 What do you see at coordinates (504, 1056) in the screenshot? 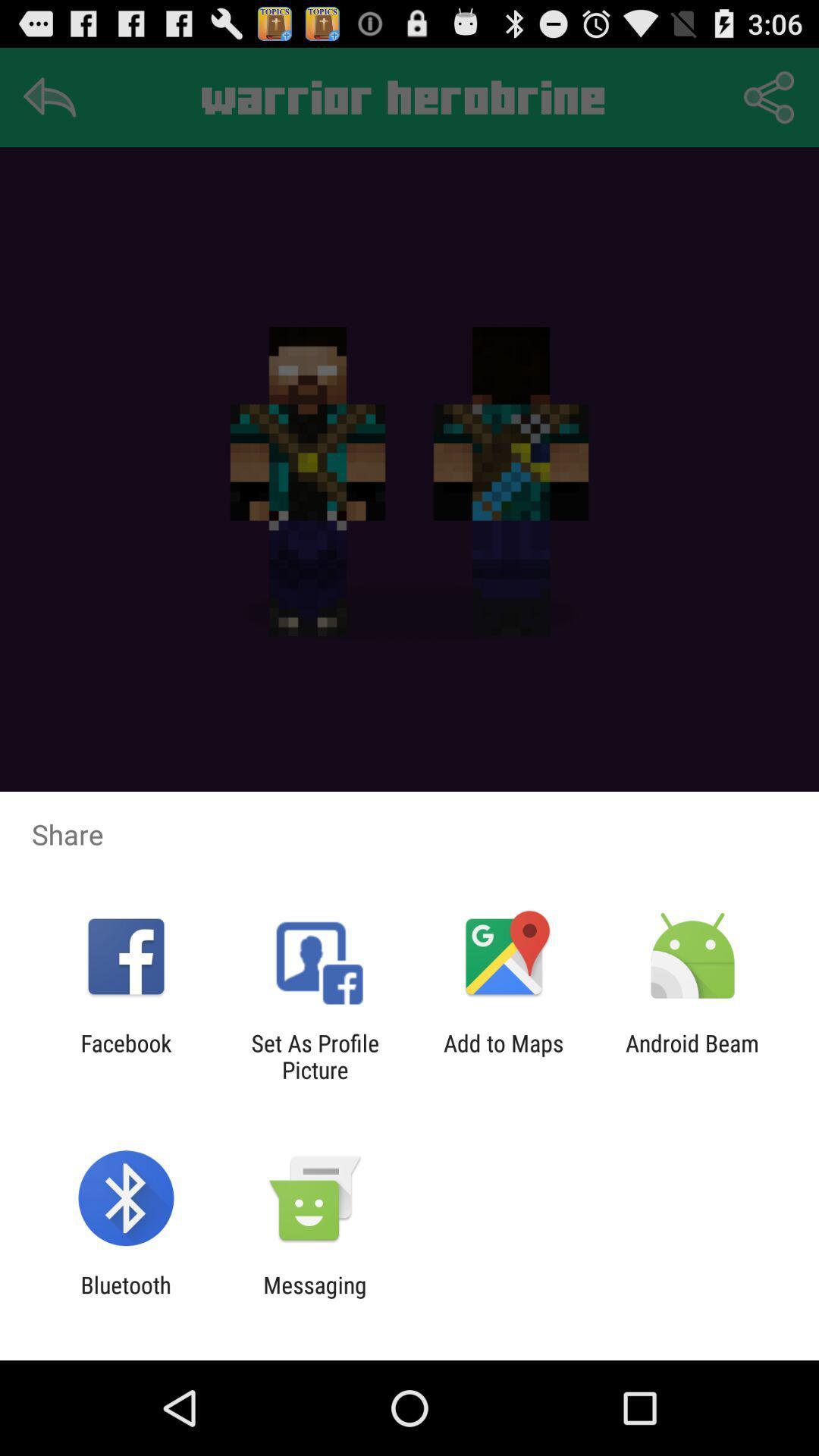
I see `the item next to set as profile item` at bounding box center [504, 1056].